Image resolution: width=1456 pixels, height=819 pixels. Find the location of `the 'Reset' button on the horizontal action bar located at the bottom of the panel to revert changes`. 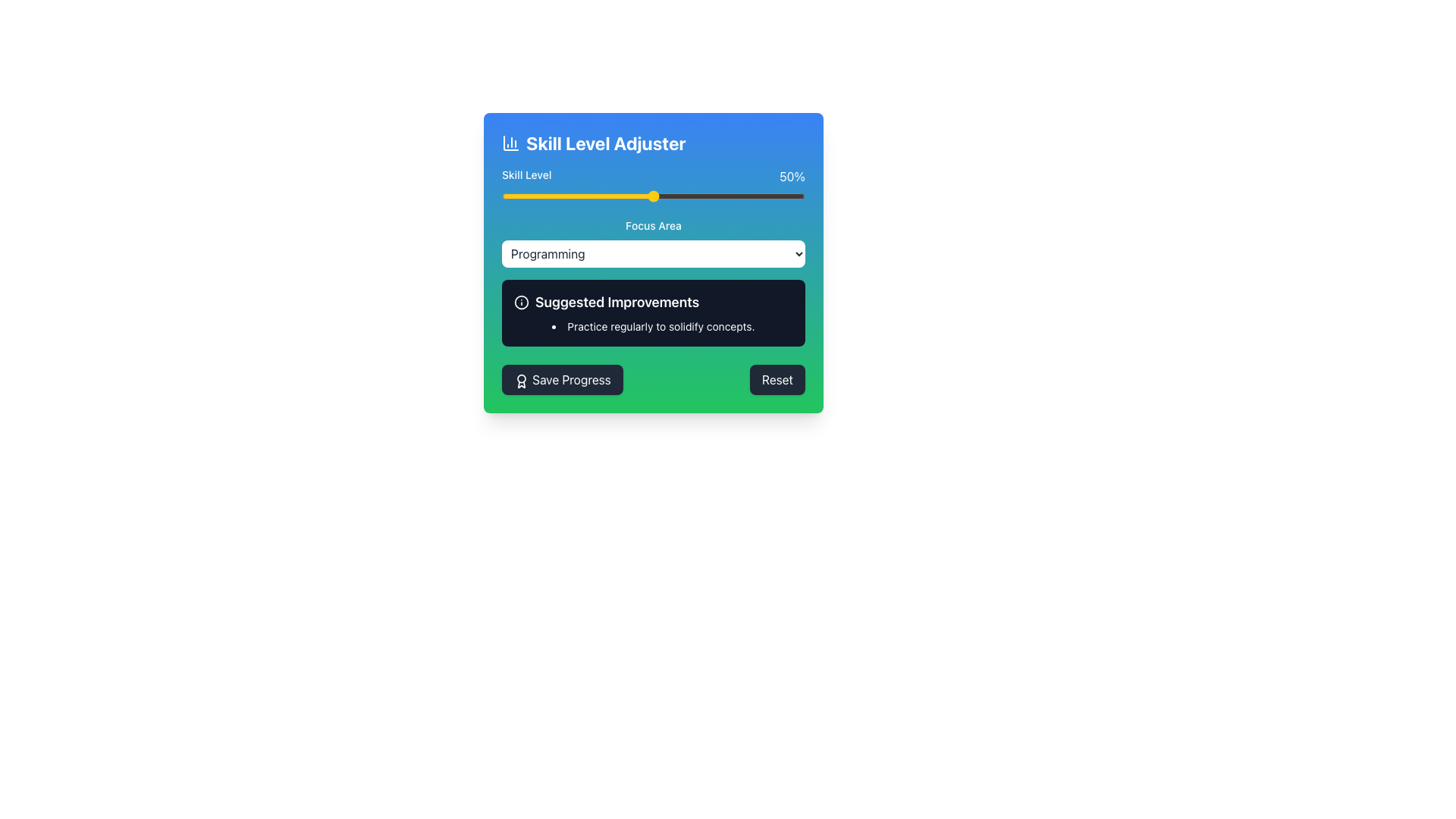

the 'Reset' button on the horizontal action bar located at the bottom of the panel to revert changes is located at coordinates (654, 379).